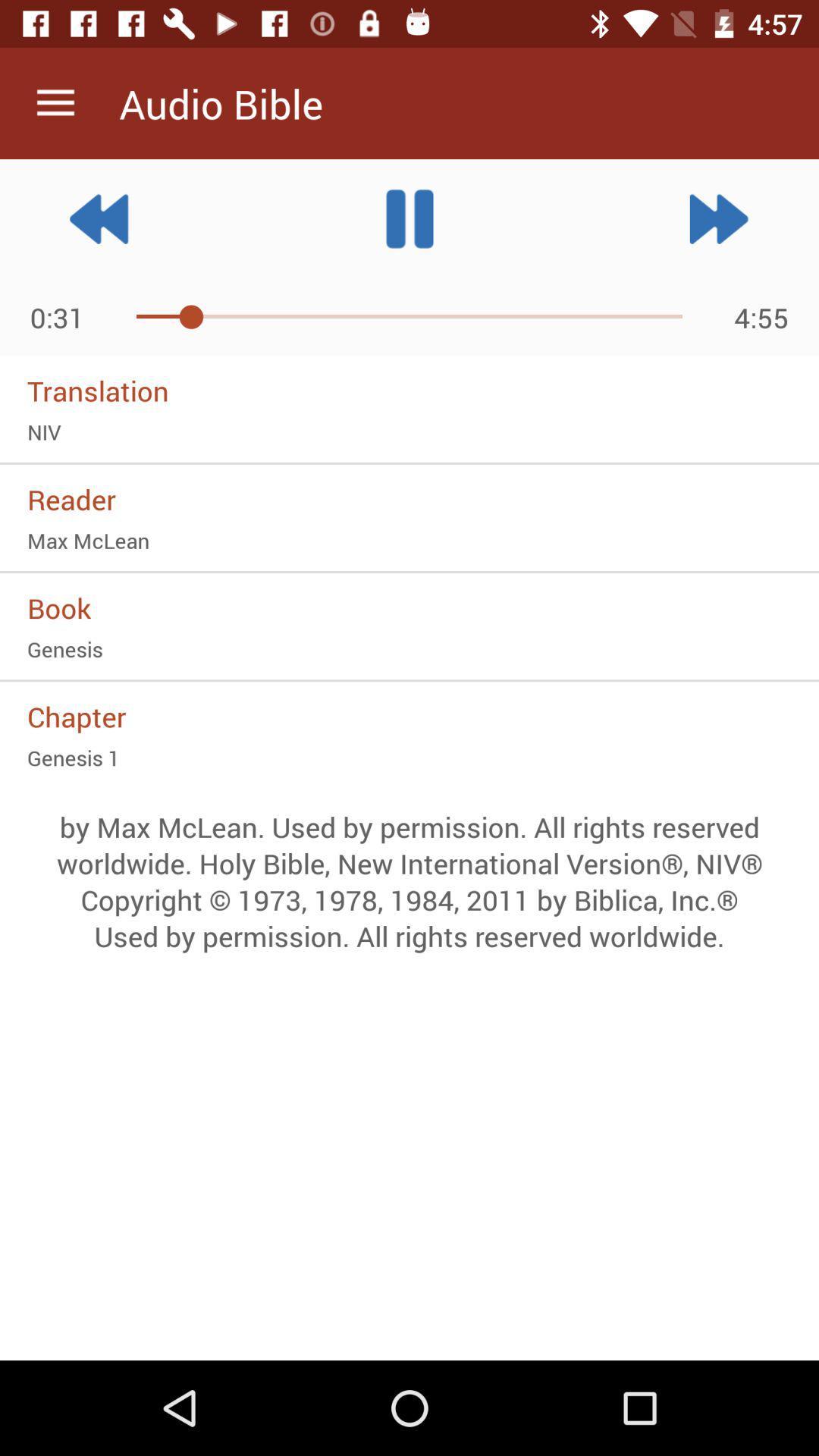 The image size is (819, 1456). I want to click on genesis 1 item, so click(409, 758).